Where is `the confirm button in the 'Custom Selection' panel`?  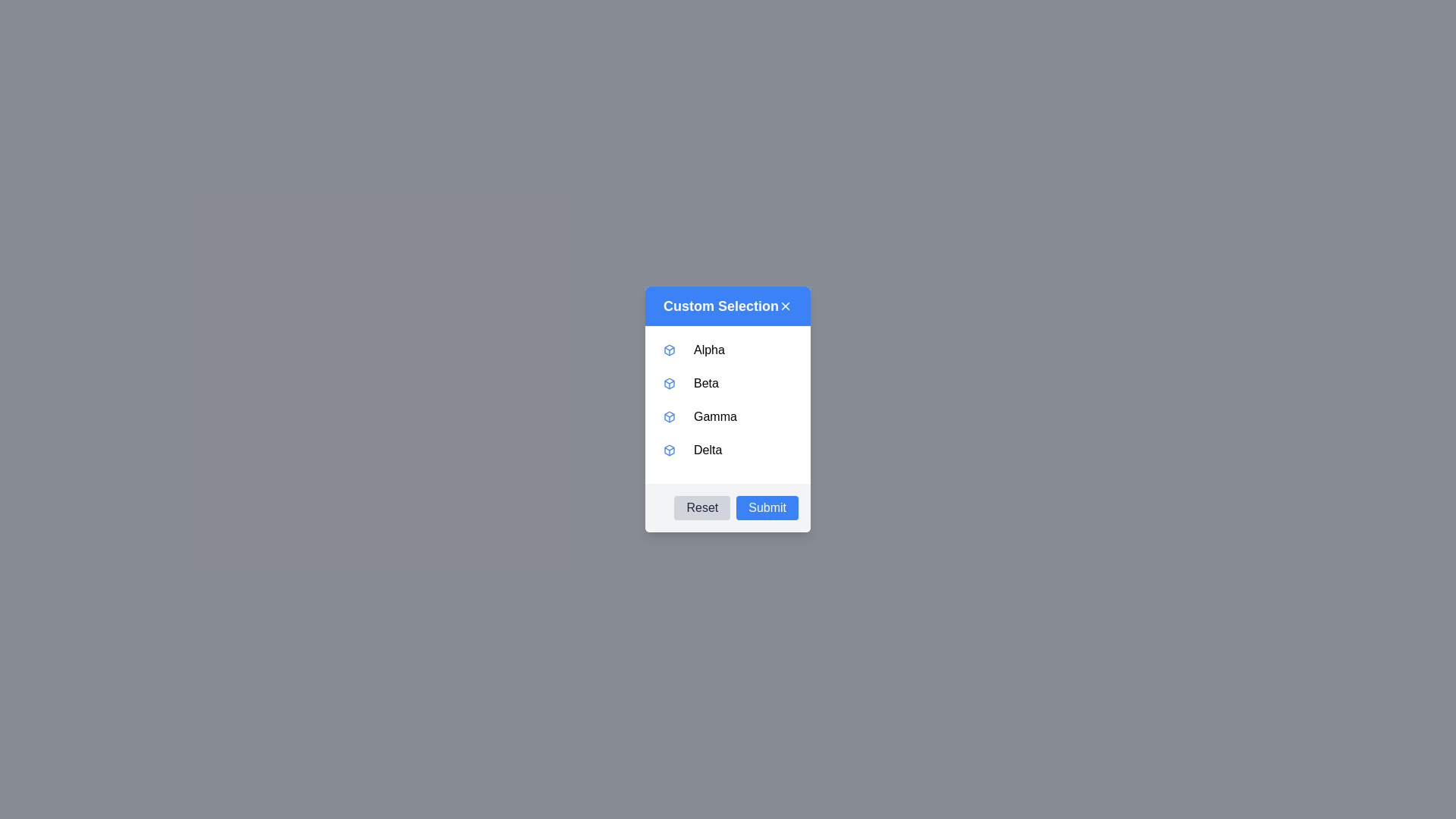
the confirm button in the 'Custom Selection' panel is located at coordinates (767, 508).